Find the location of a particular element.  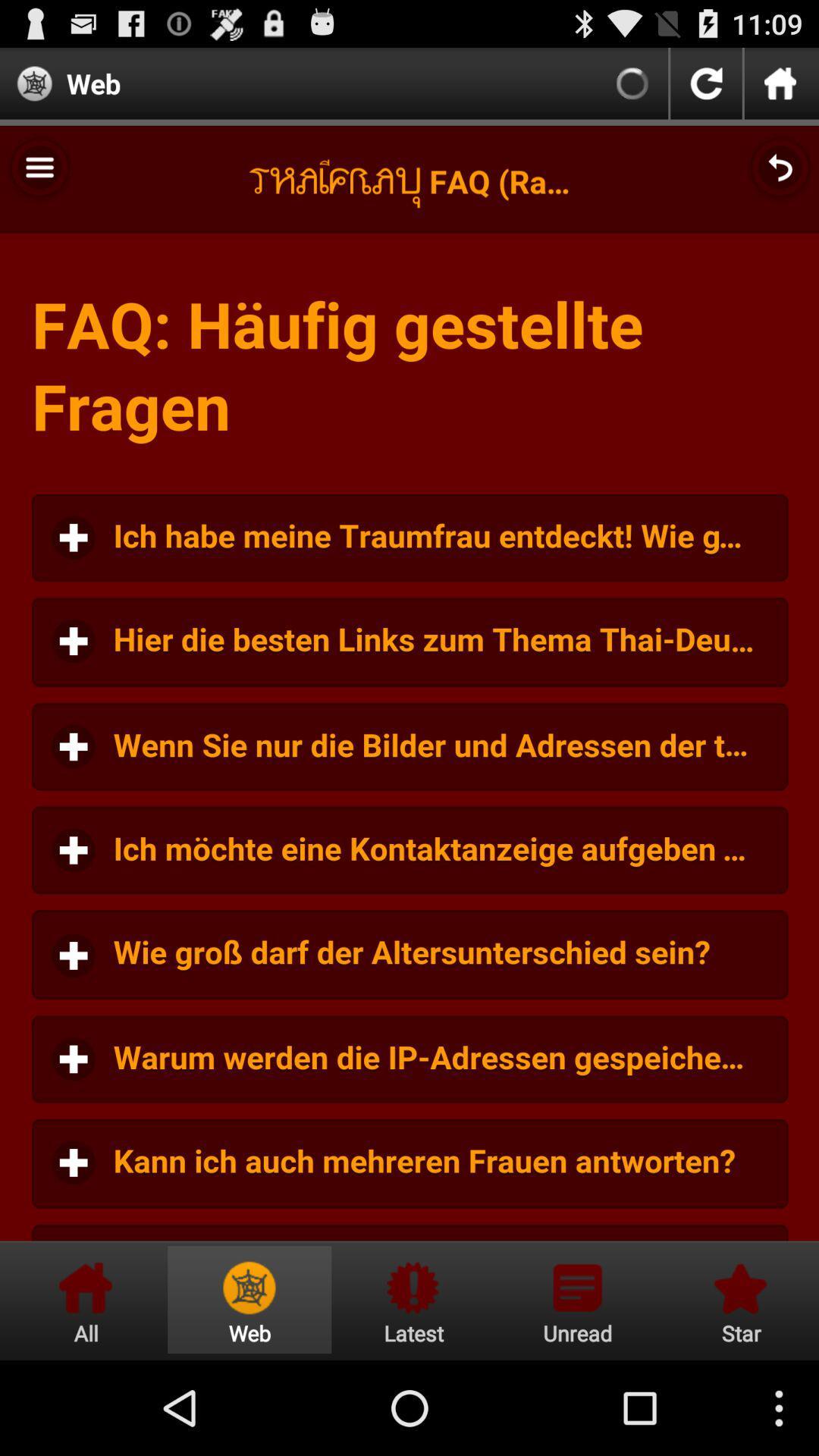

refresh page is located at coordinates (706, 83).